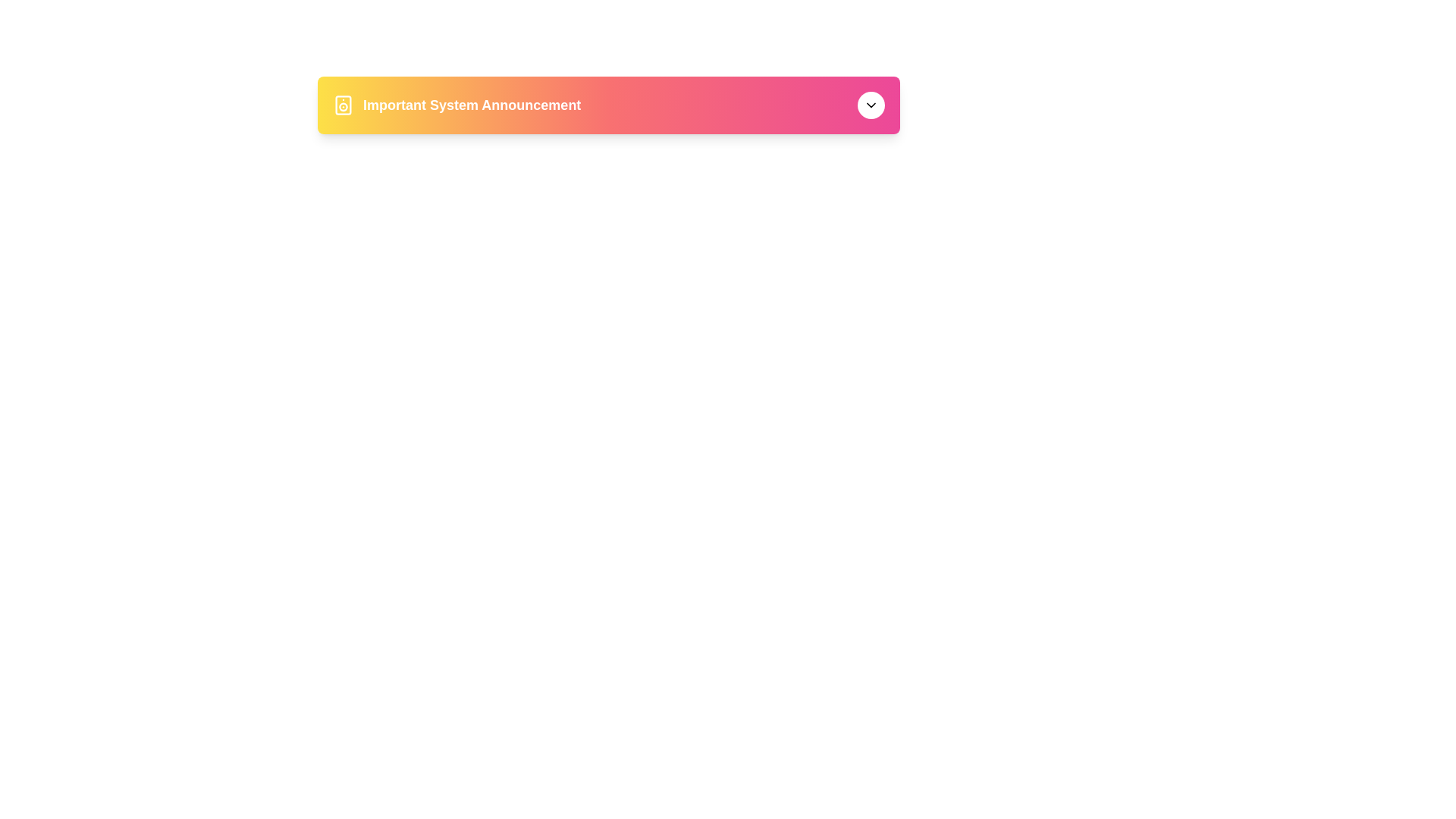  Describe the element at coordinates (871, 104) in the screenshot. I see `the toggle button to expand the notification panel` at that location.